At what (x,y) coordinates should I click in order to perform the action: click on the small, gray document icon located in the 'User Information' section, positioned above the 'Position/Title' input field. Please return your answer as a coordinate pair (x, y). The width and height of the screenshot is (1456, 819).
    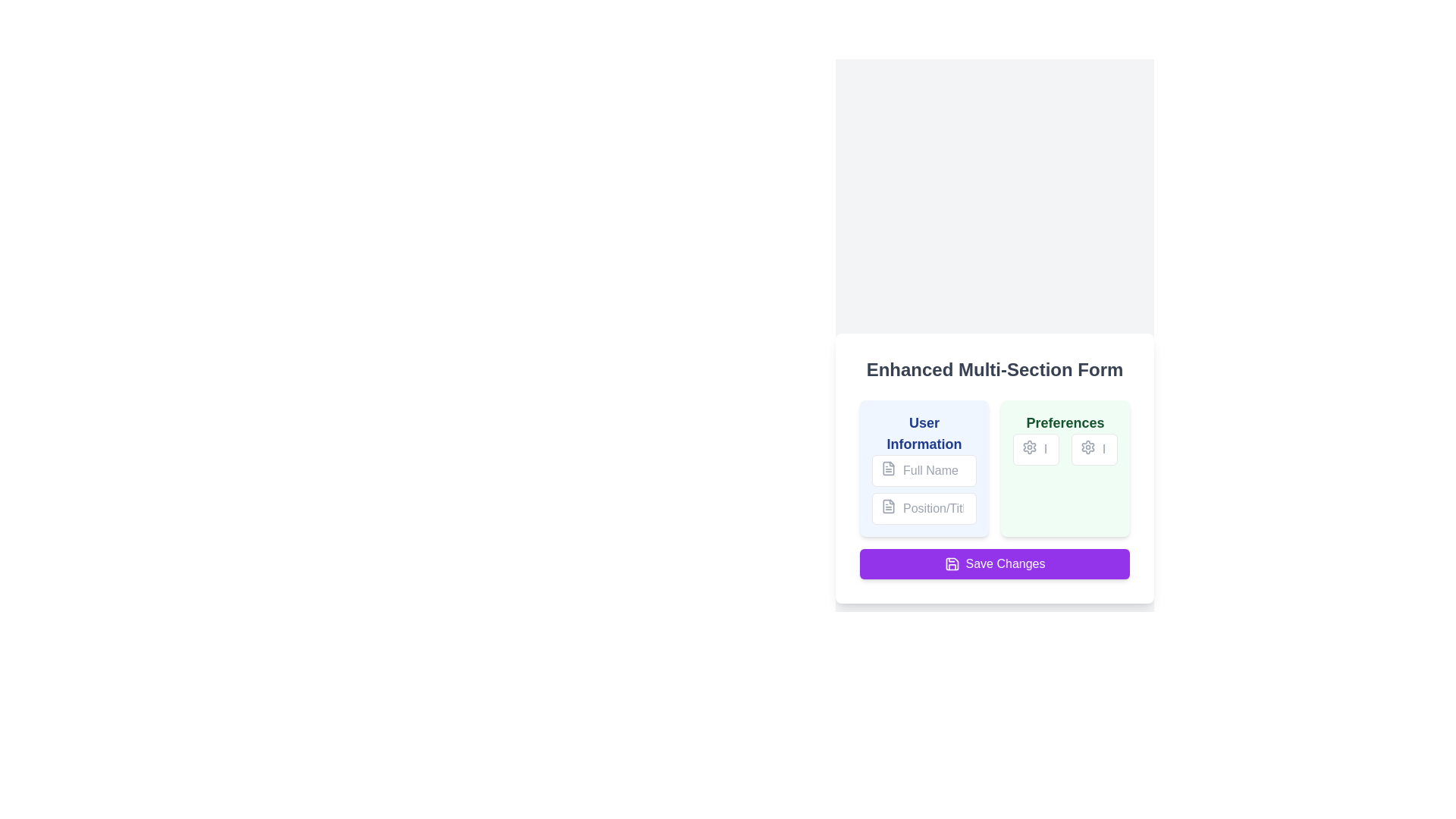
    Looking at the image, I should click on (888, 506).